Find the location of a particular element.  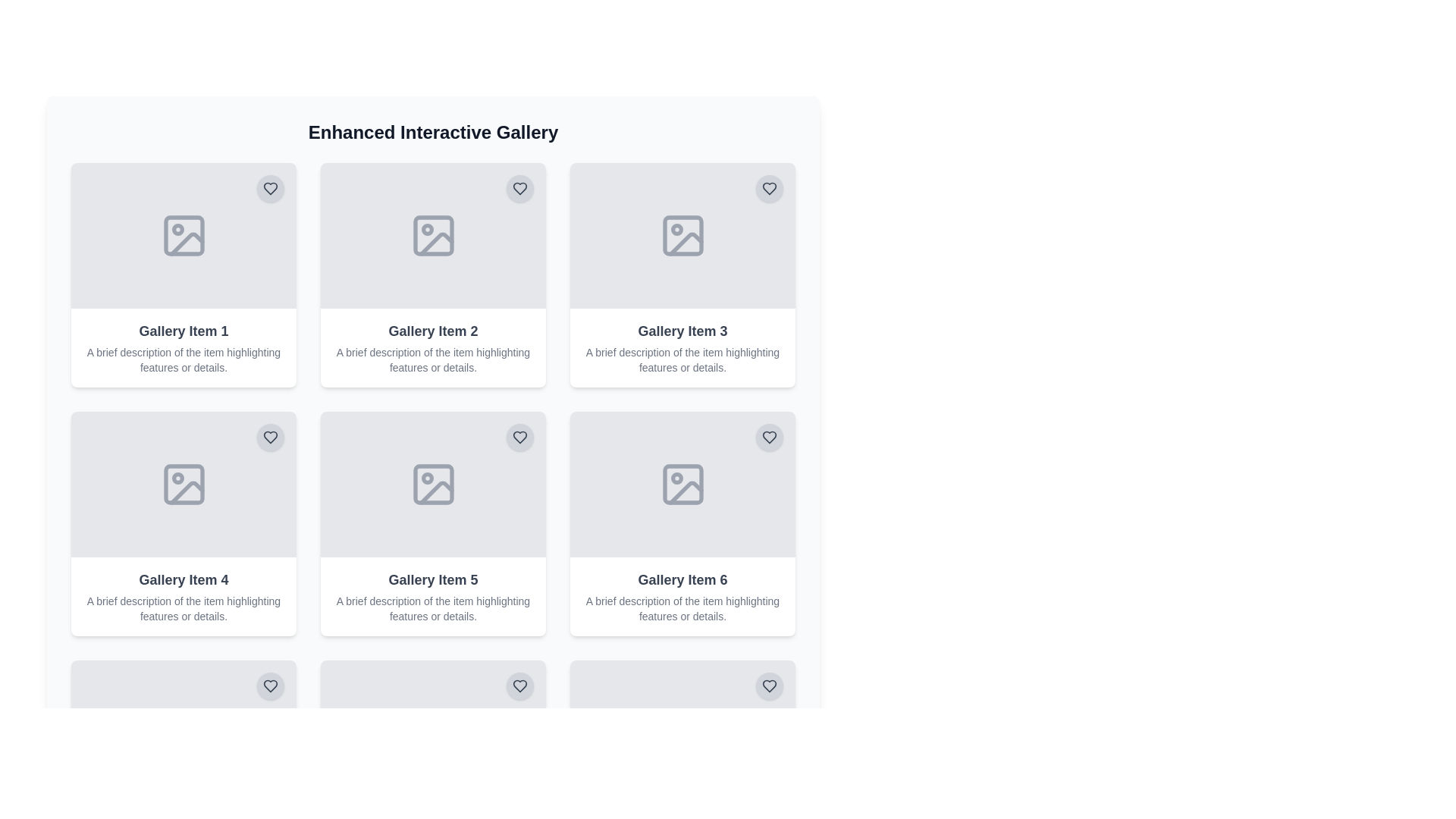

the rectangular graphical shape that symbolizes an image placeholder in 'Gallery Item 6' is located at coordinates (682, 485).